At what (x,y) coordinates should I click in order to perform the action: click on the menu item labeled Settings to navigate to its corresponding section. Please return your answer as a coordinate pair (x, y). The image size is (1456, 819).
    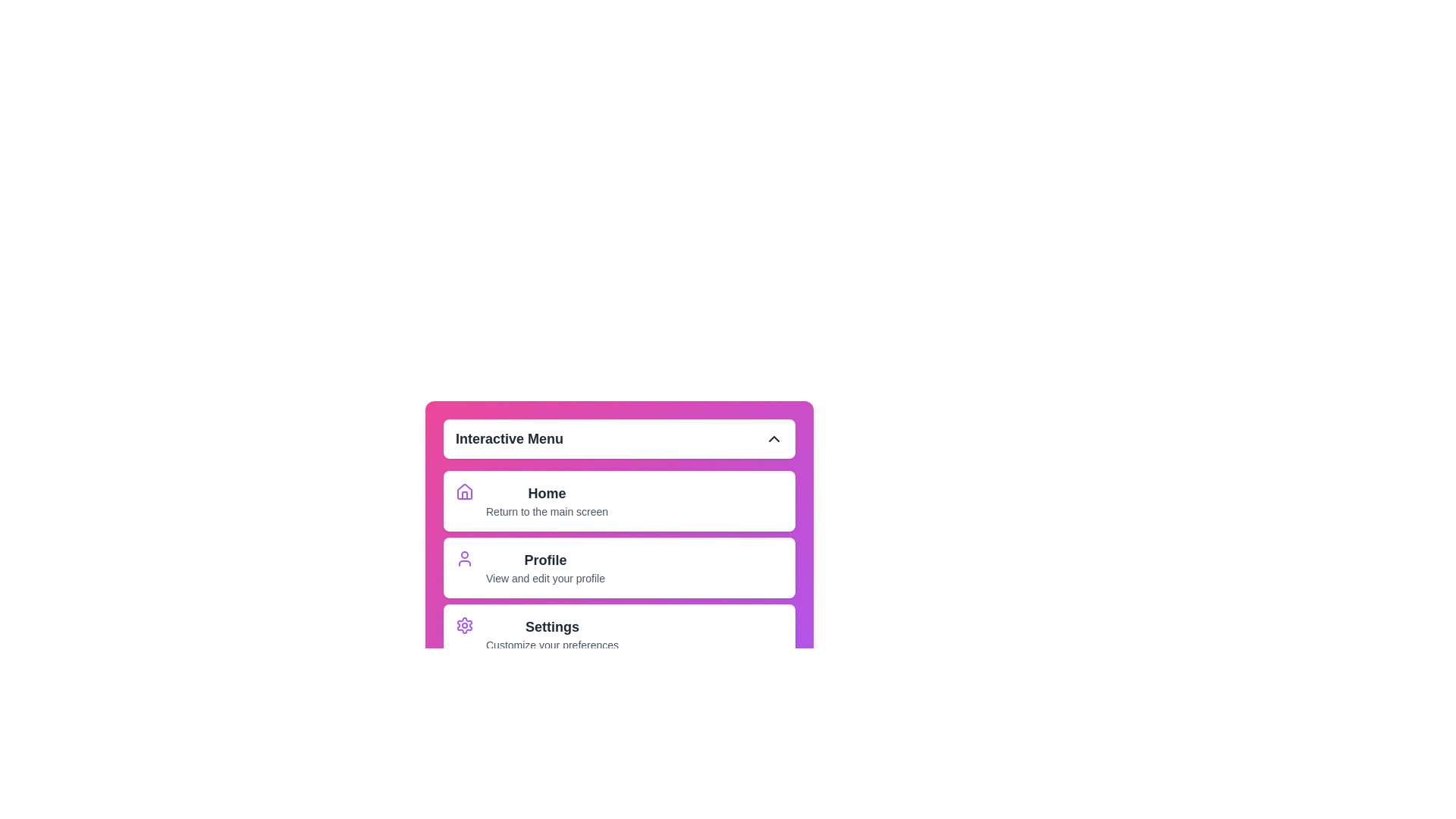
    Looking at the image, I should click on (551, 635).